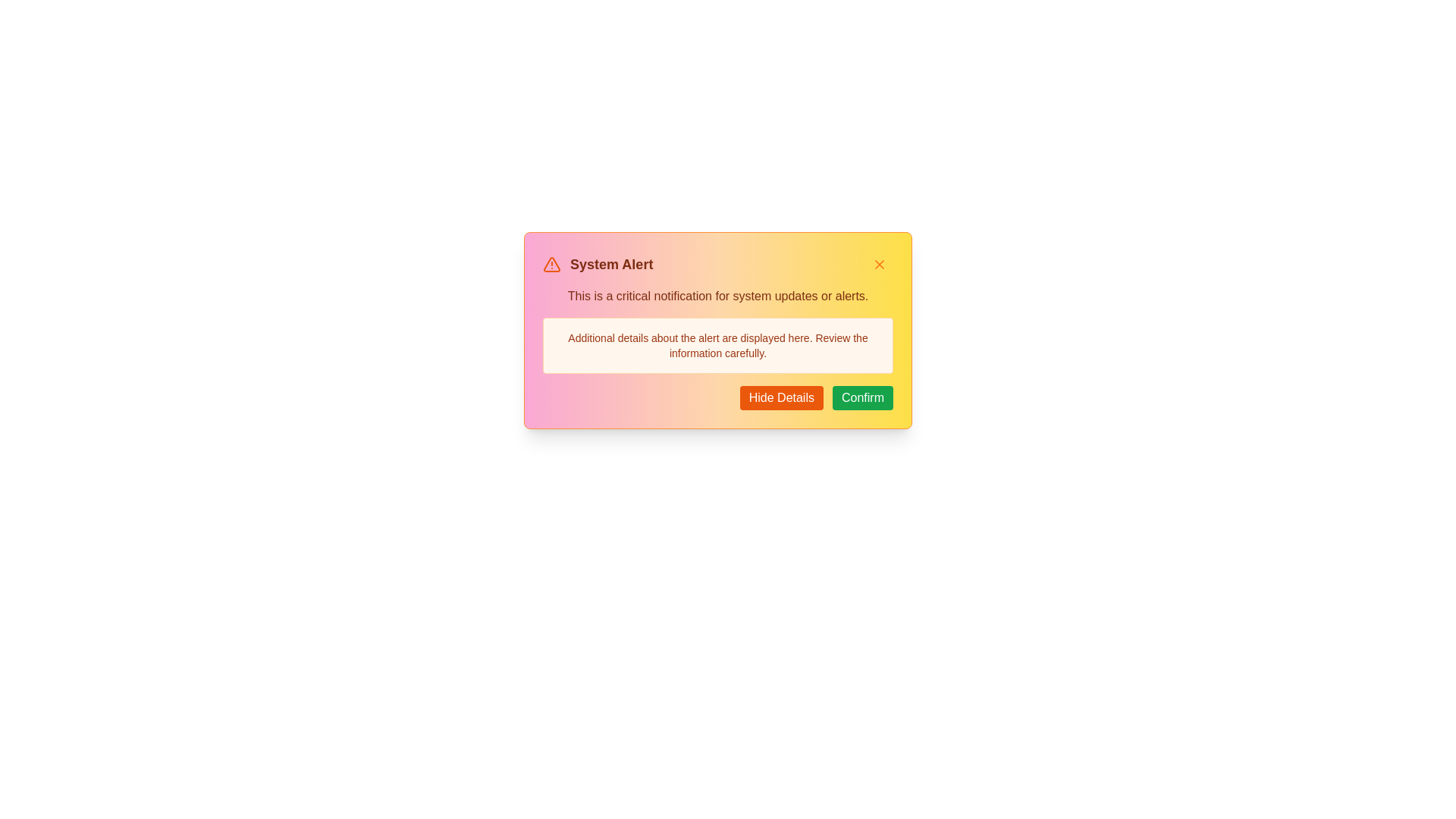 The height and width of the screenshot is (819, 1456). What do you see at coordinates (781, 397) in the screenshot?
I see `the 'Hide Details' button to toggle the visibility of the detailed information section` at bounding box center [781, 397].